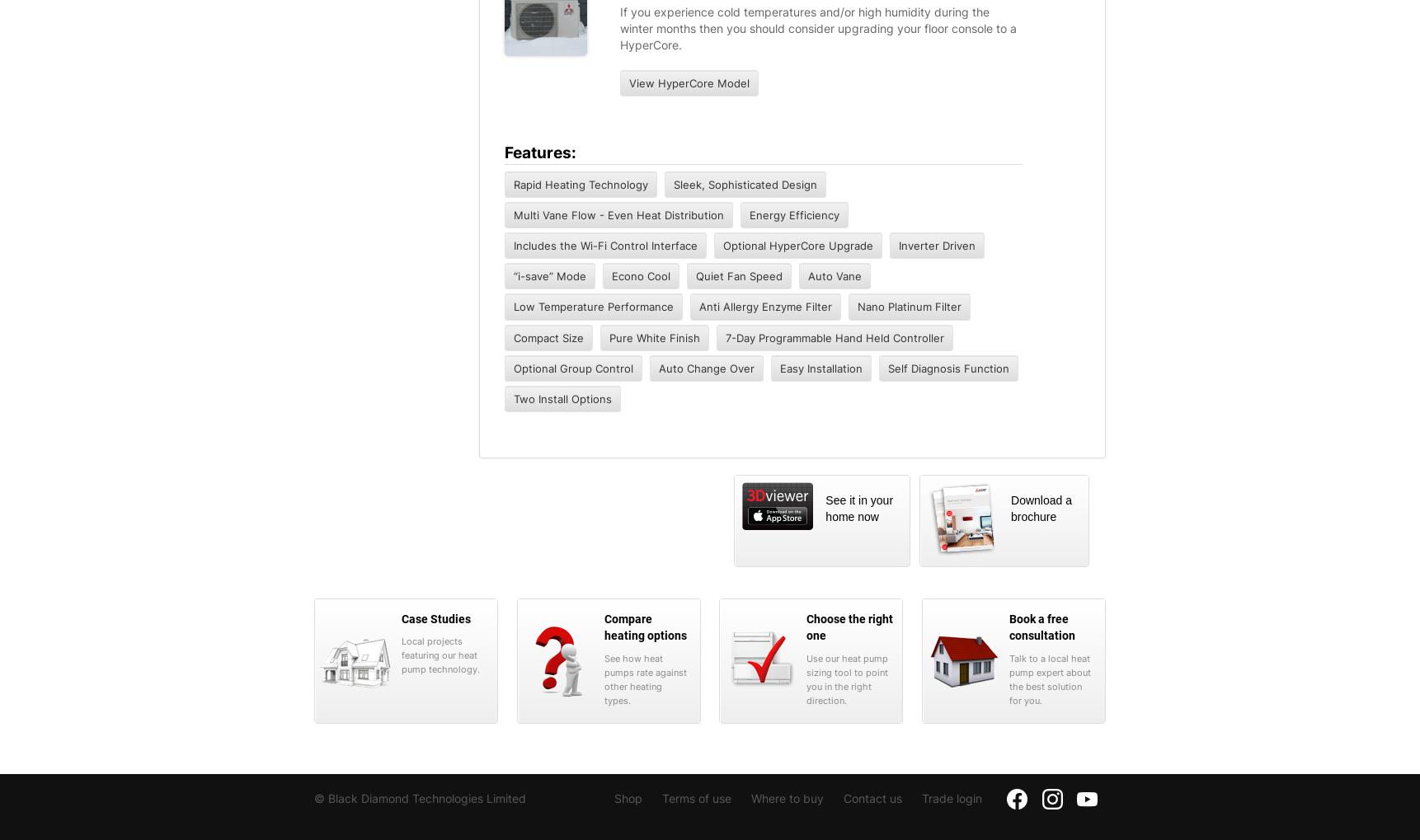 This screenshot has height=840, width=1420. I want to click on '“i-save” Mode', so click(514, 276).